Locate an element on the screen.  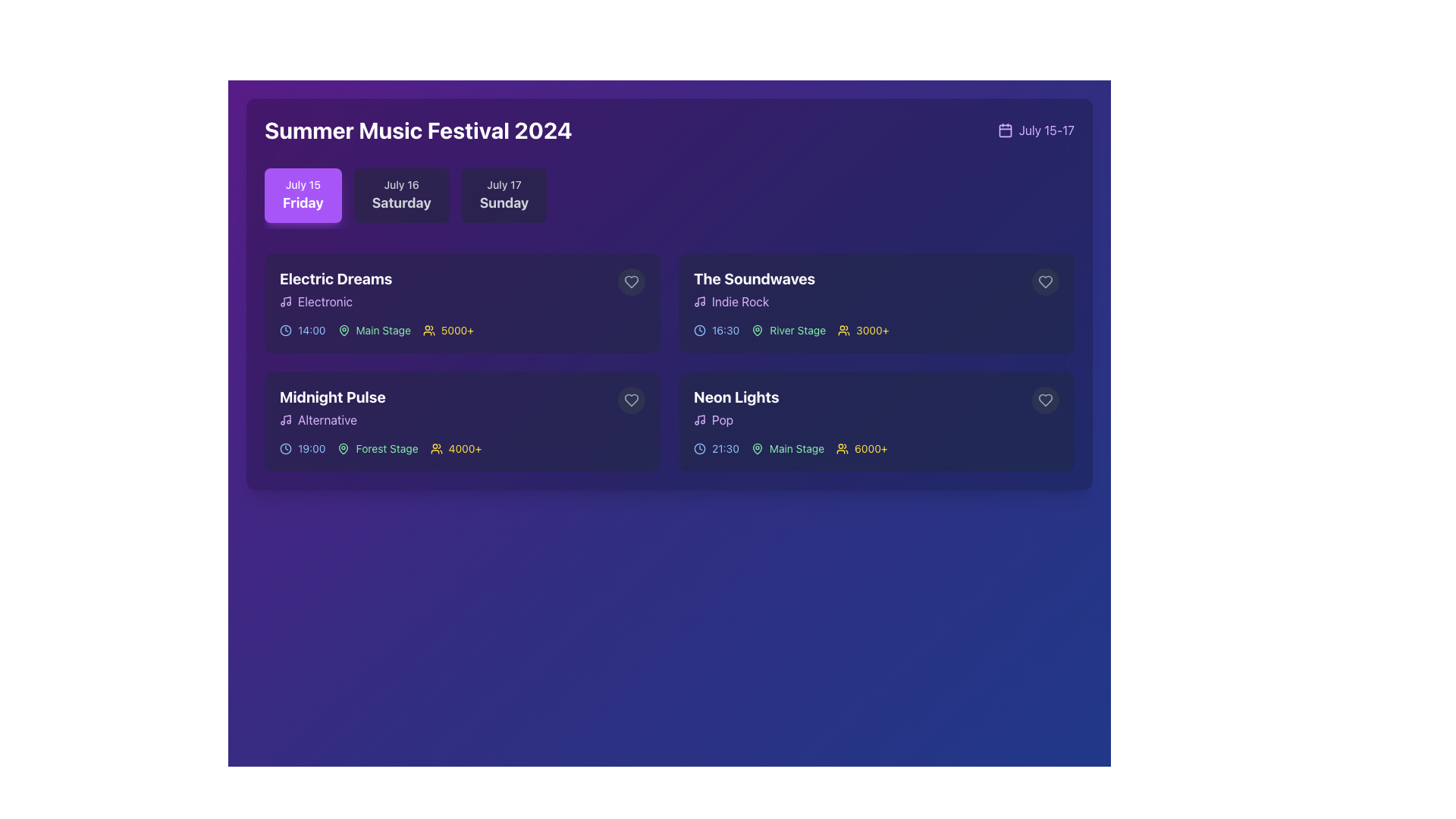
the SVG circle that forms the perimeter of the clock icon located in the top right corner of the event card is located at coordinates (698, 329).